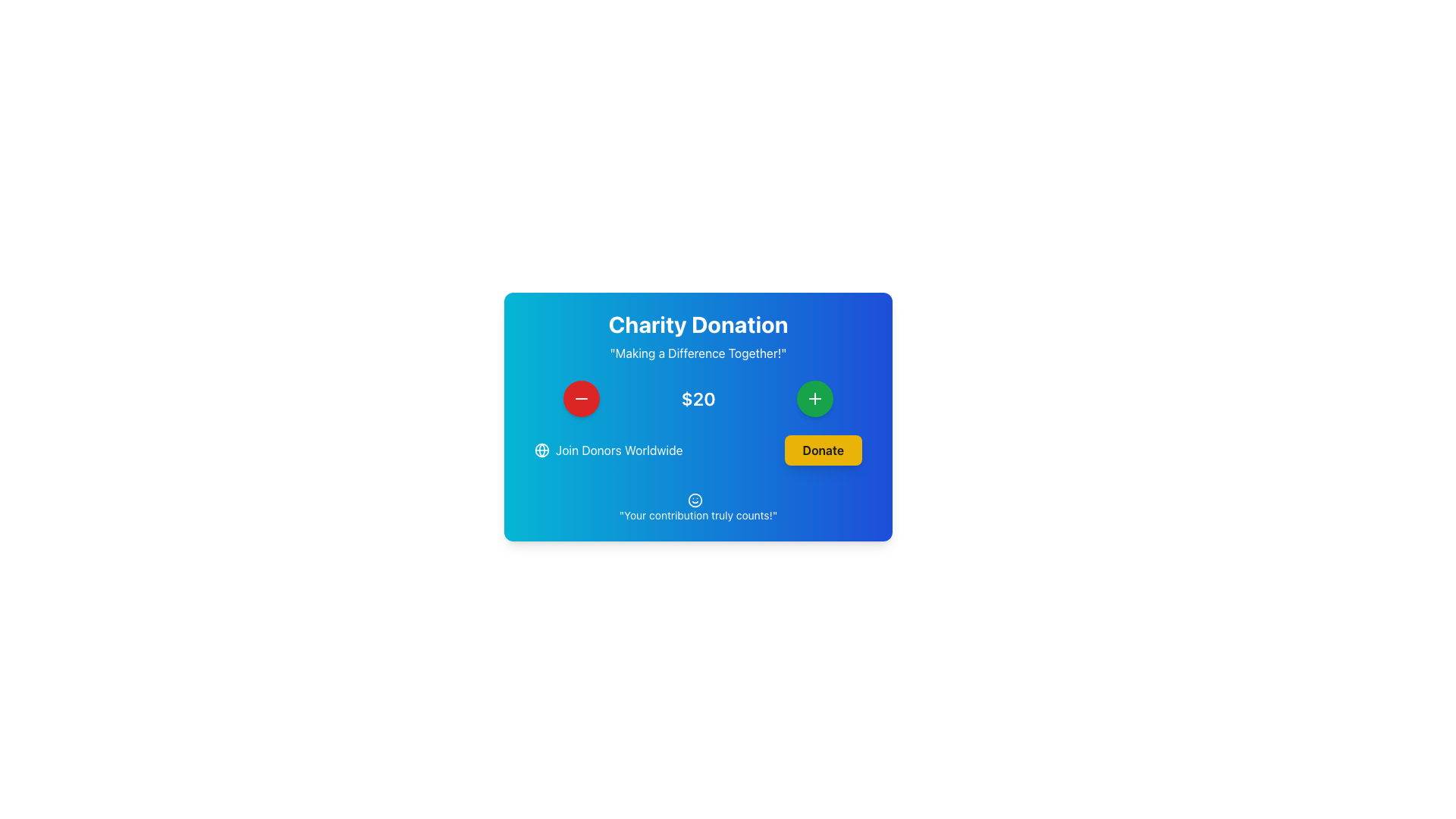 Image resolution: width=1456 pixels, height=819 pixels. I want to click on the increment button located to the far right of the '$20' text to observe the hover effect, so click(814, 397).